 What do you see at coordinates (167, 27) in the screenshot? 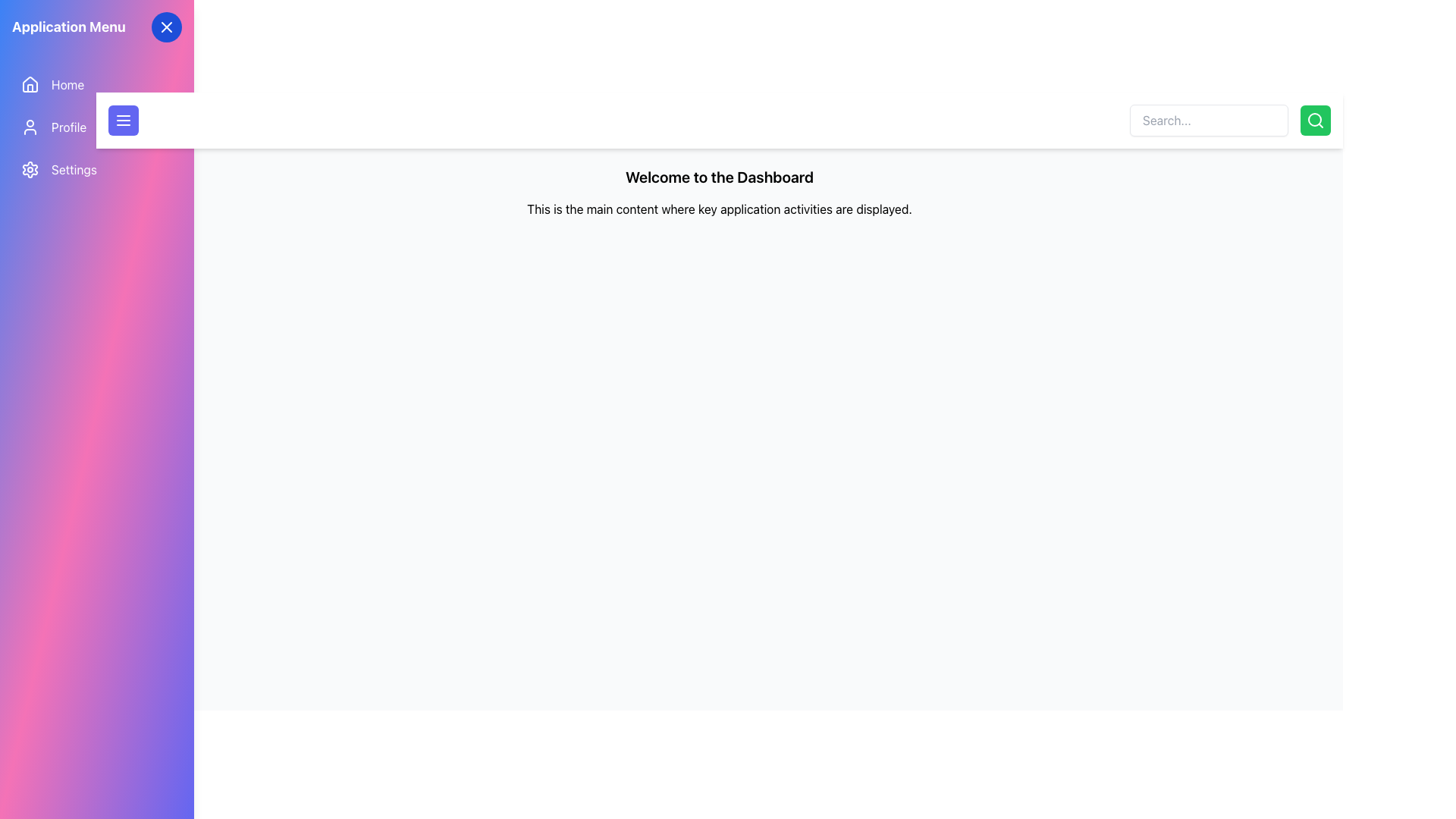
I see `the circular blue button with a white 'X' icon located in the top-right corner of the sidebar adjacent to 'Application Menu'` at bounding box center [167, 27].